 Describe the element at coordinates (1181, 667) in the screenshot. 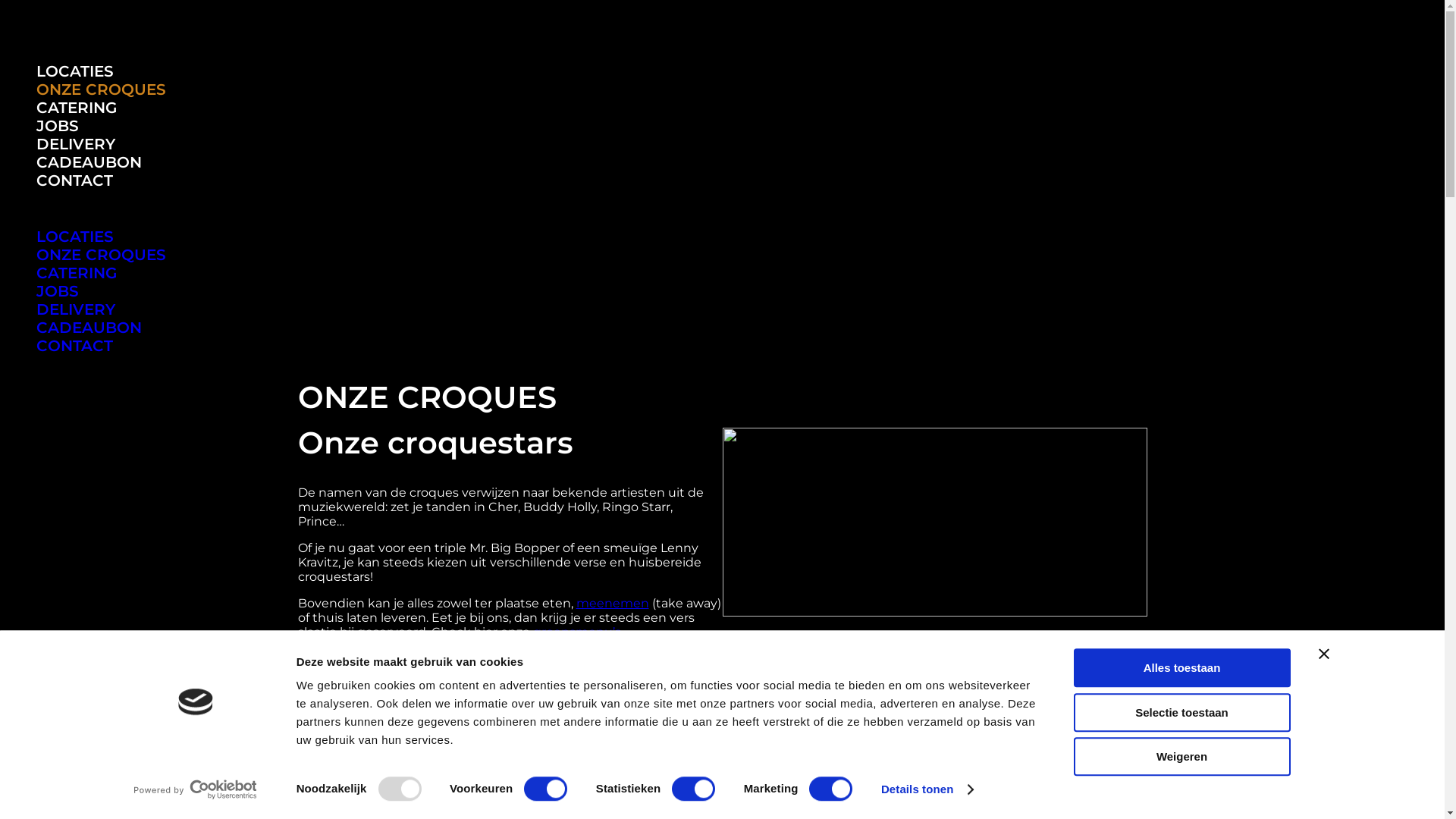

I see `'Alles toestaan'` at that location.